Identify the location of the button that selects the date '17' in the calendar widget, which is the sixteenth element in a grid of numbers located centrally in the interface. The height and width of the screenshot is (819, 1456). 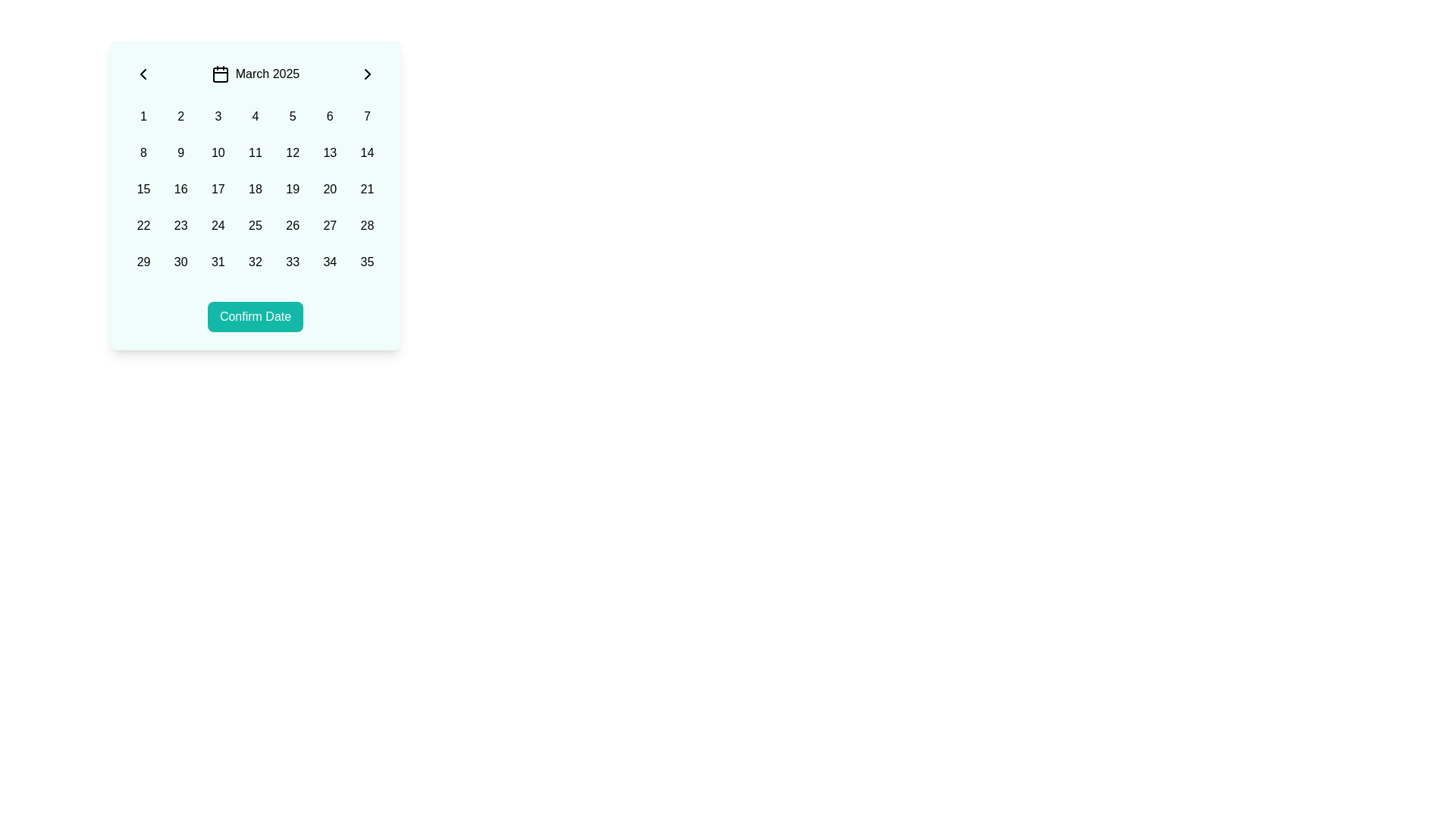
(217, 189).